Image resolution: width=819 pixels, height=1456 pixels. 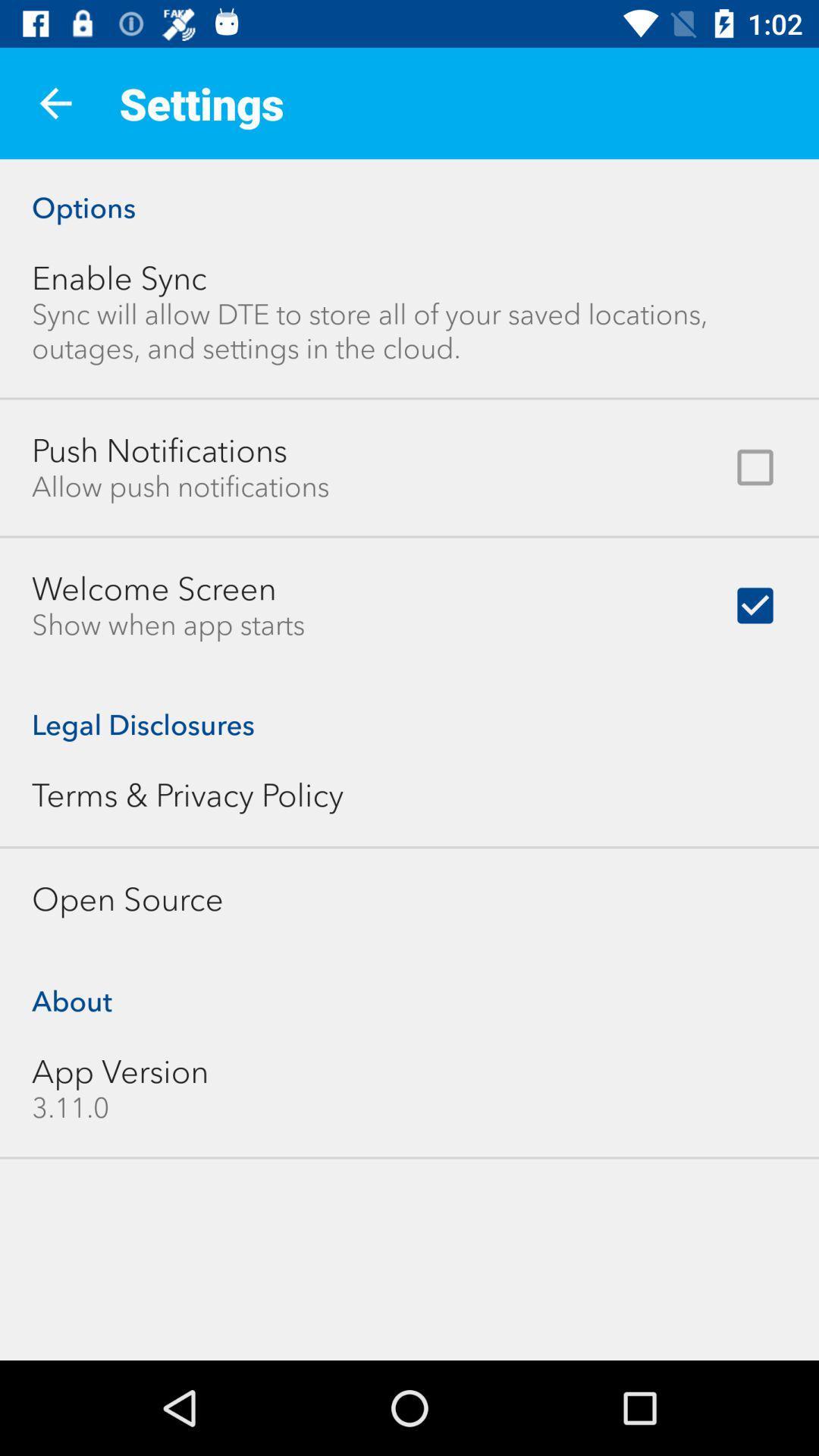 What do you see at coordinates (127, 899) in the screenshot?
I see `open source item` at bounding box center [127, 899].